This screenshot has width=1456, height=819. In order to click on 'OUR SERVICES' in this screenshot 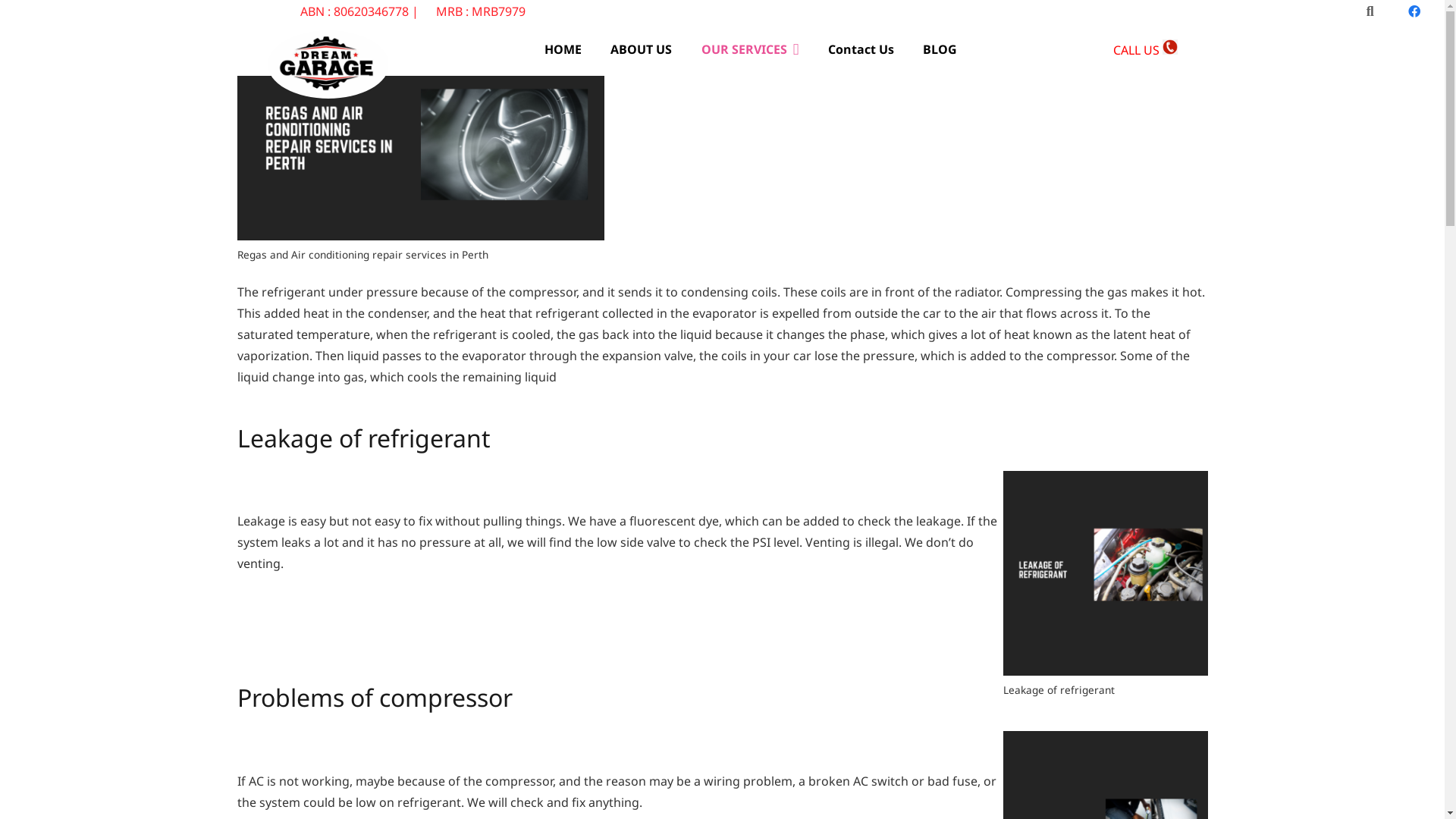, I will do `click(686, 49)`.